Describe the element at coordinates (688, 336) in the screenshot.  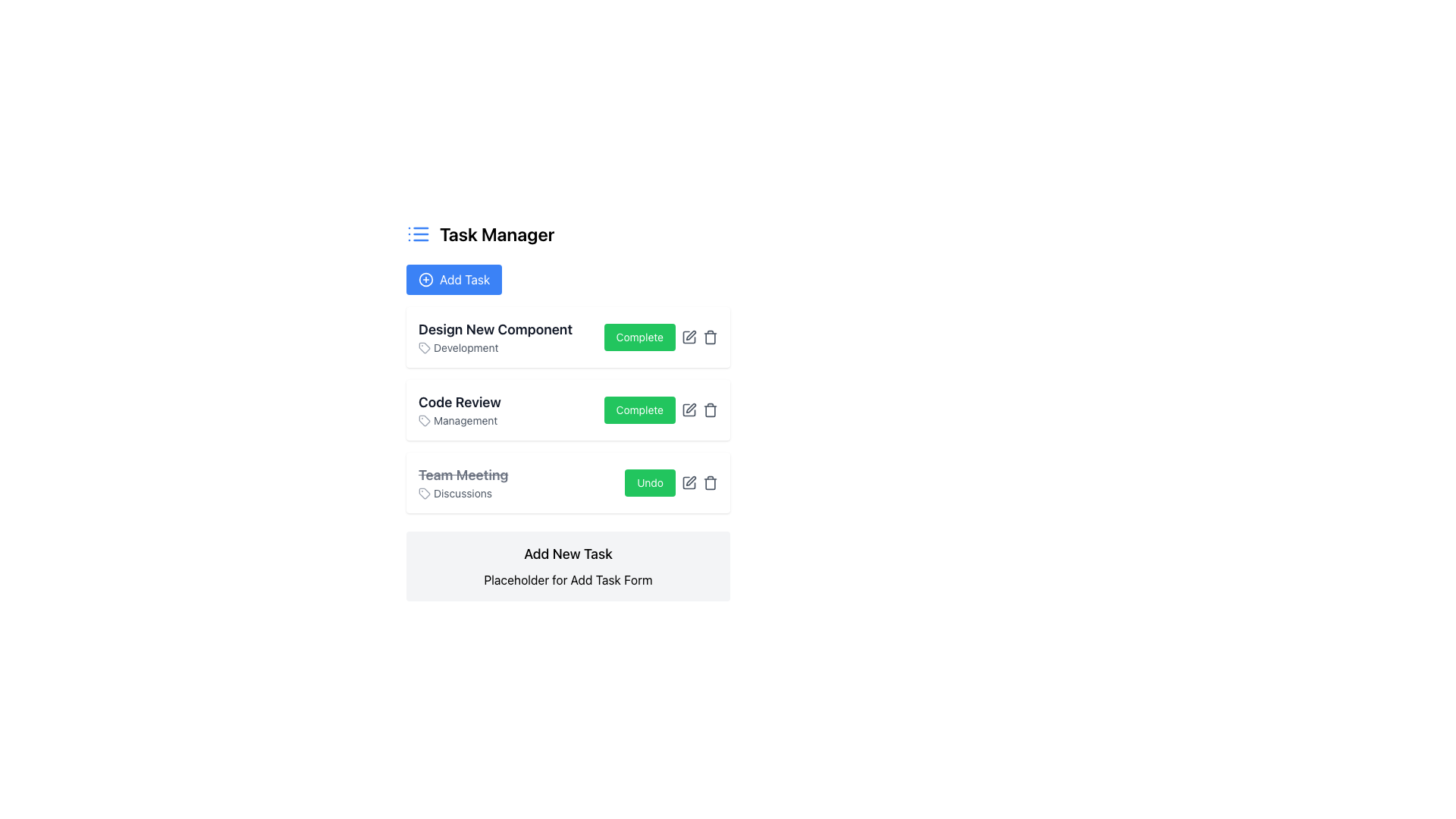
I see `the editing icon represented by a pen or pencil, located to the right of the green 'Complete' button in the task management interface` at that location.